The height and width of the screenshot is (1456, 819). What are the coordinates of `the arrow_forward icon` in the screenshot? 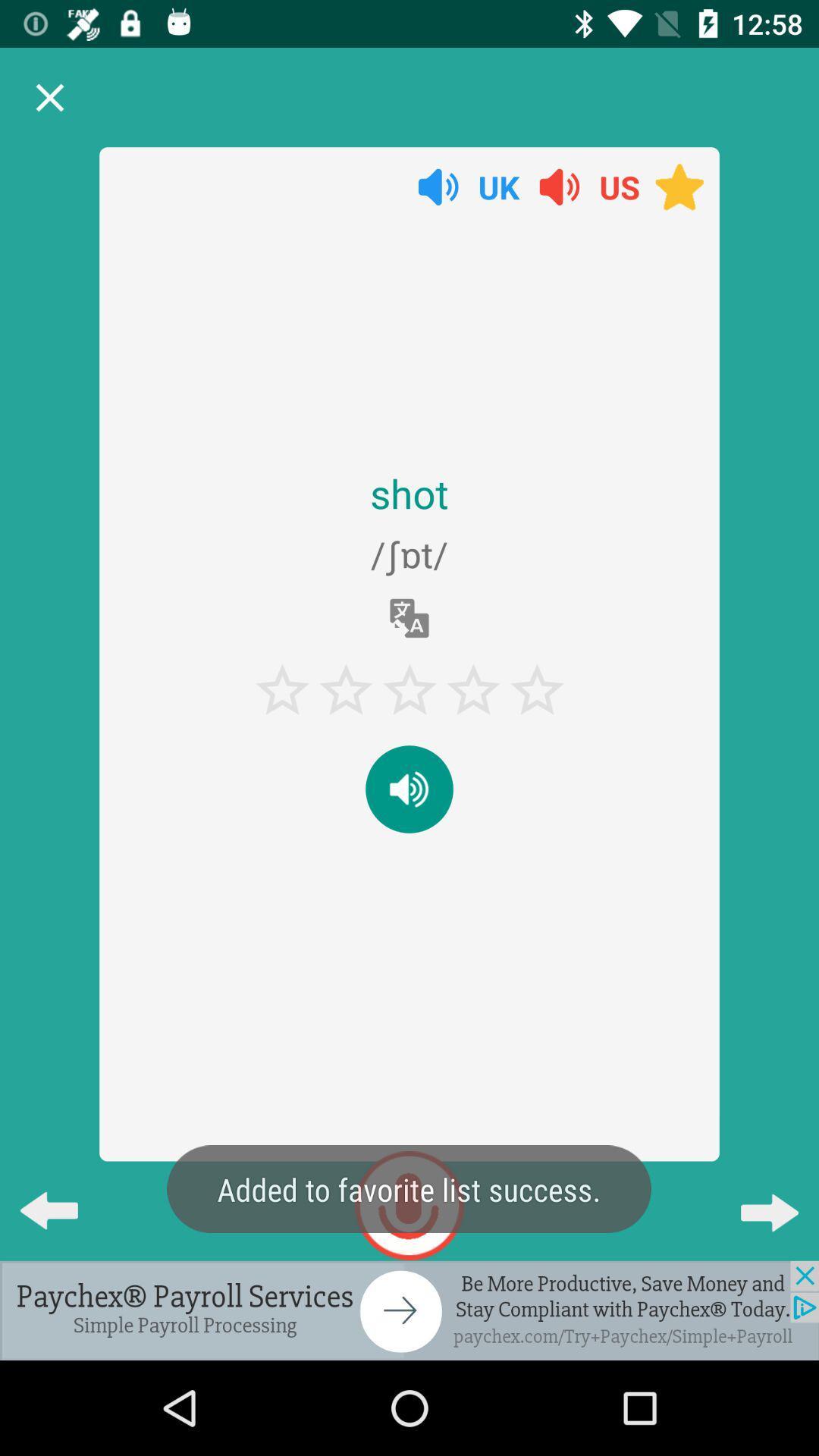 It's located at (757, 1197).